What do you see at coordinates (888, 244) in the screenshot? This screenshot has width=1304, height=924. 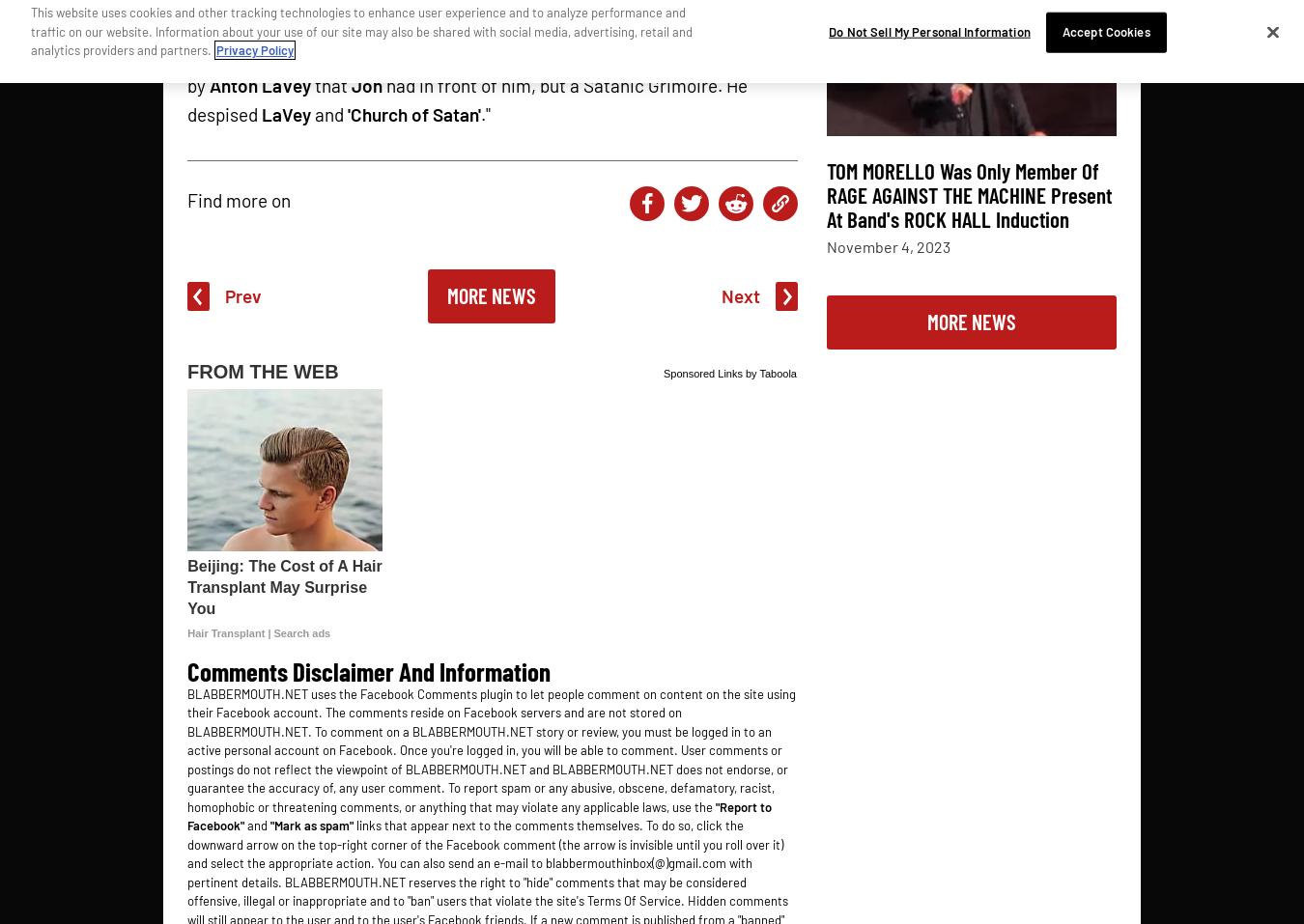 I see `'November 4, 2023'` at bounding box center [888, 244].